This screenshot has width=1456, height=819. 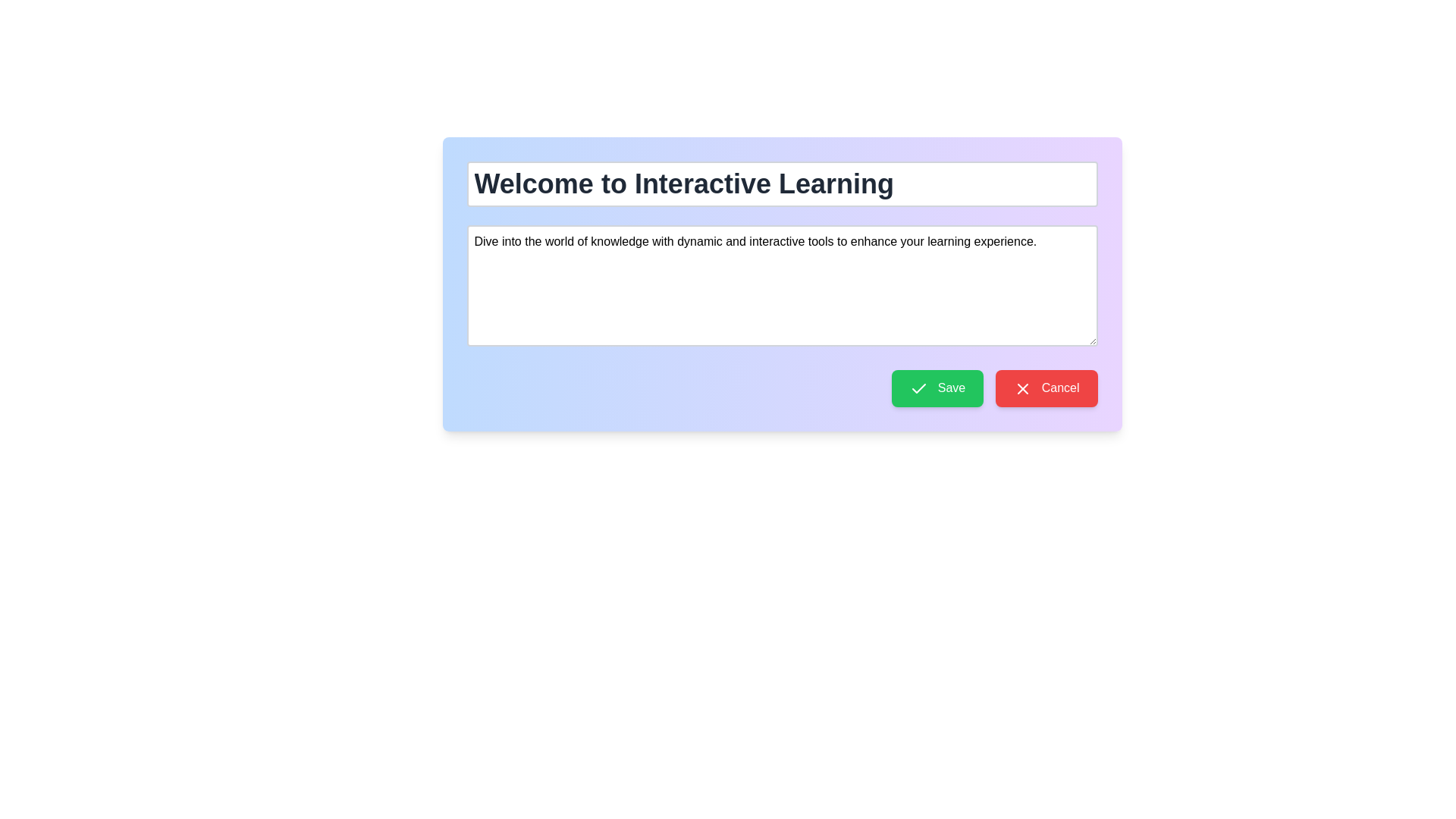 I want to click on the red 'Cancel' button with white text and an 'X' icon, so click(x=1046, y=388).